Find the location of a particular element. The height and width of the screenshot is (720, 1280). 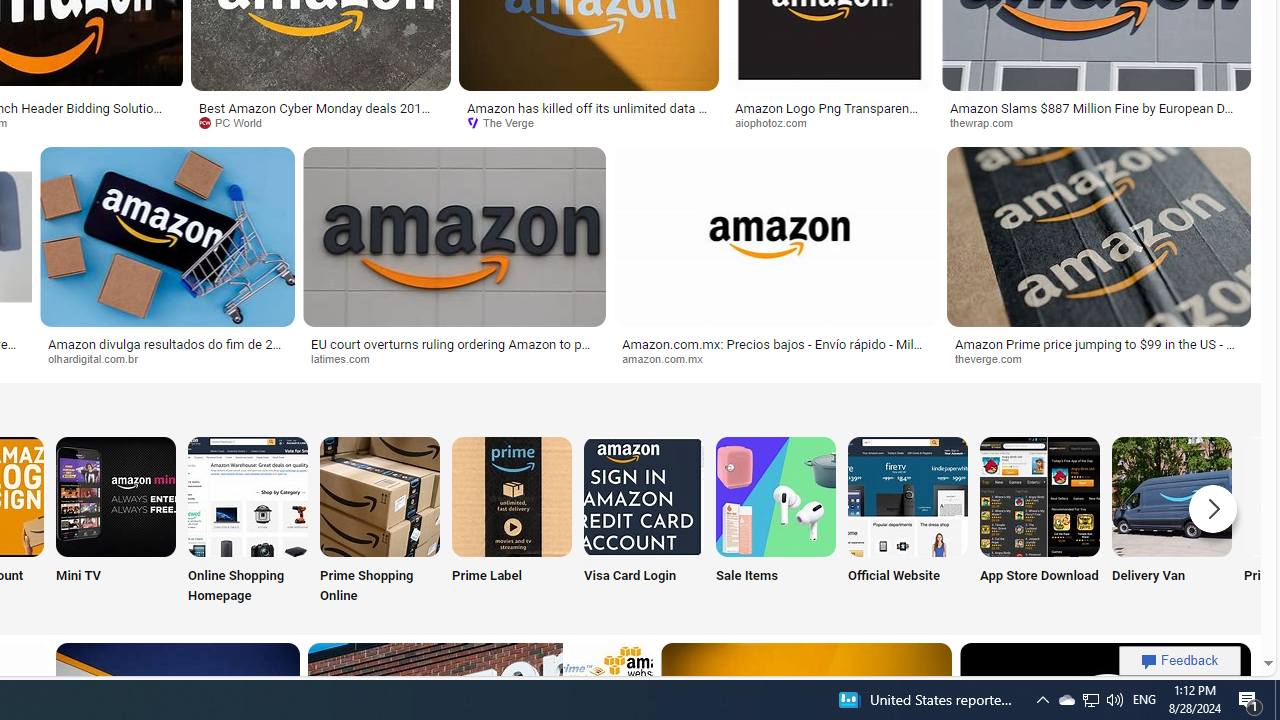

'Amazon Sale Items' is located at coordinates (774, 495).